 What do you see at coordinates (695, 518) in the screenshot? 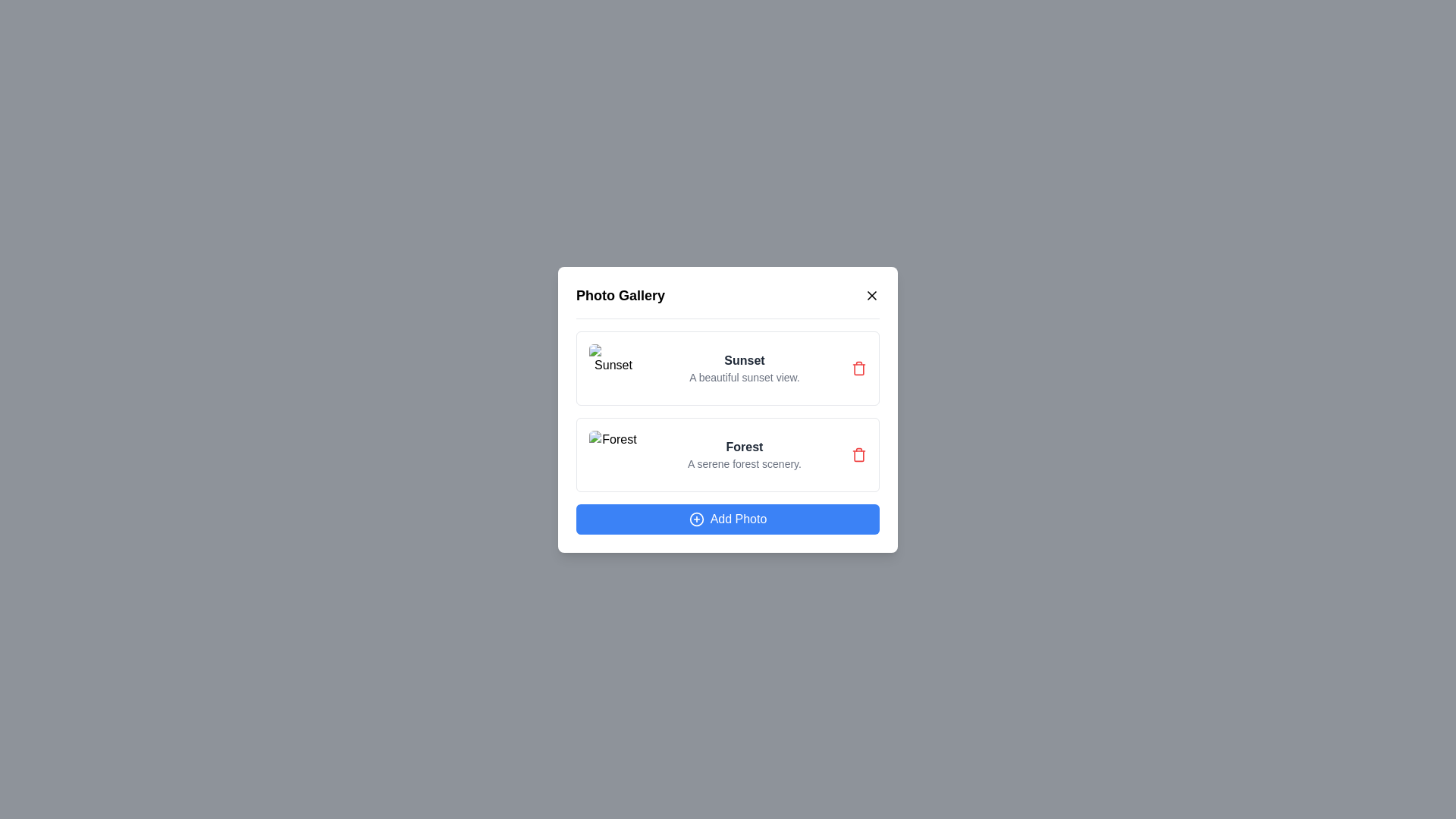
I see `the decorative icon located to the left of the text 'Add Photo' within the blue button labeled 'Add Photo'` at bounding box center [695, 518].